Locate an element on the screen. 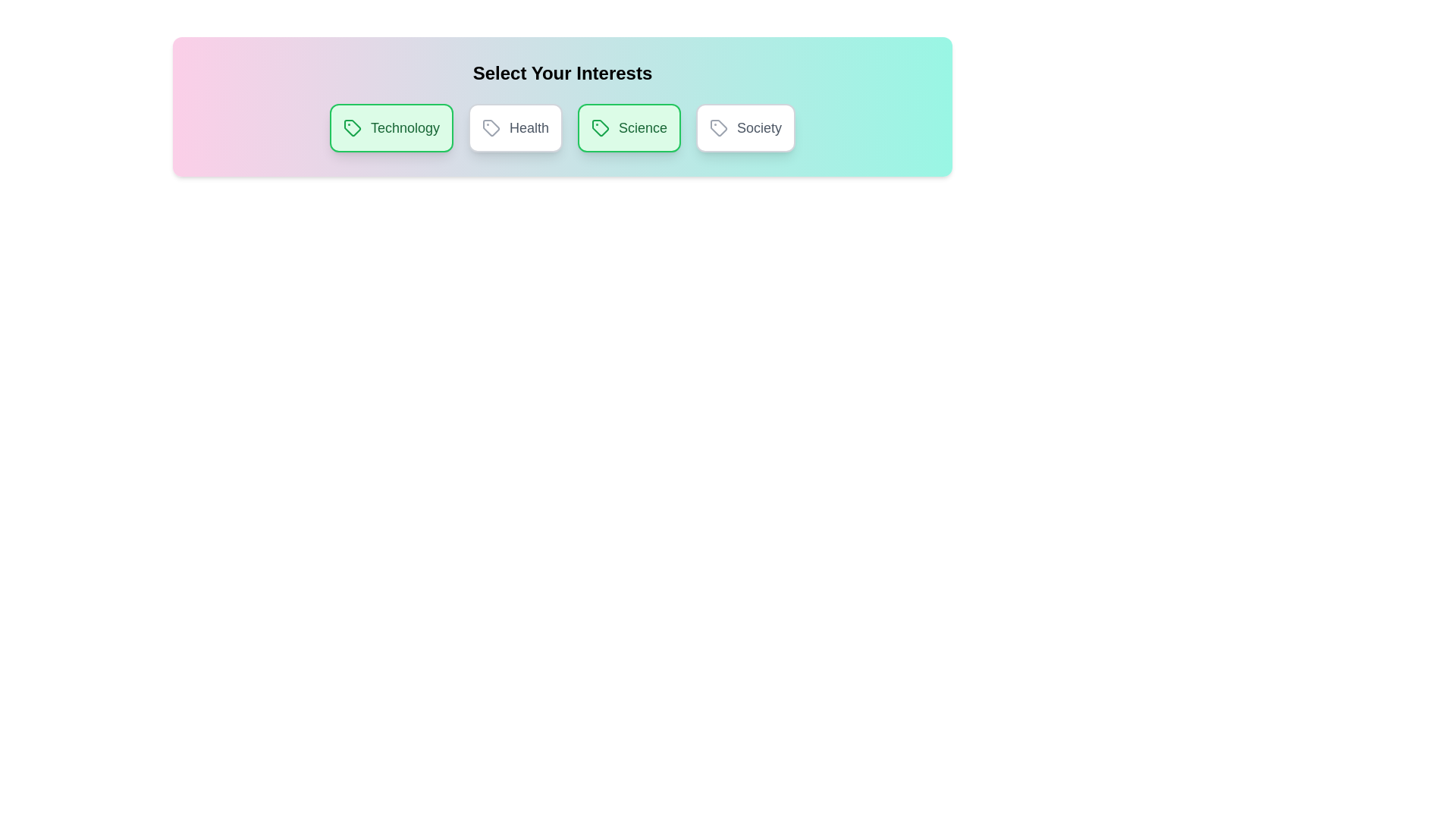 Image resolution: width=1456 pixels, height=819 pixels. the chip labeled Health is located at coordinates (516, 127).